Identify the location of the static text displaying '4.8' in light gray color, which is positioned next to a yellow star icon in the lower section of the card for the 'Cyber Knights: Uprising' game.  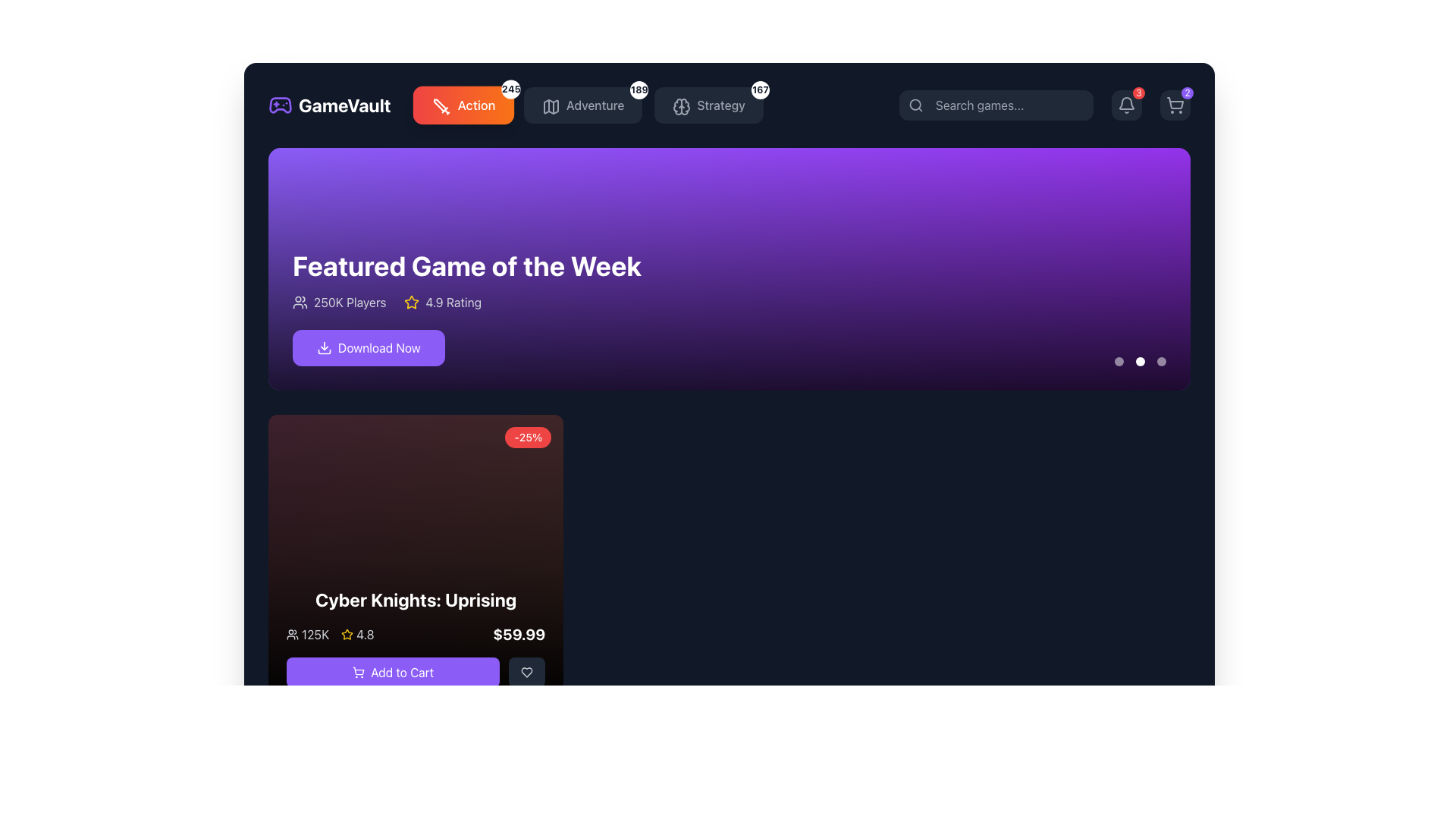
(365, 635).